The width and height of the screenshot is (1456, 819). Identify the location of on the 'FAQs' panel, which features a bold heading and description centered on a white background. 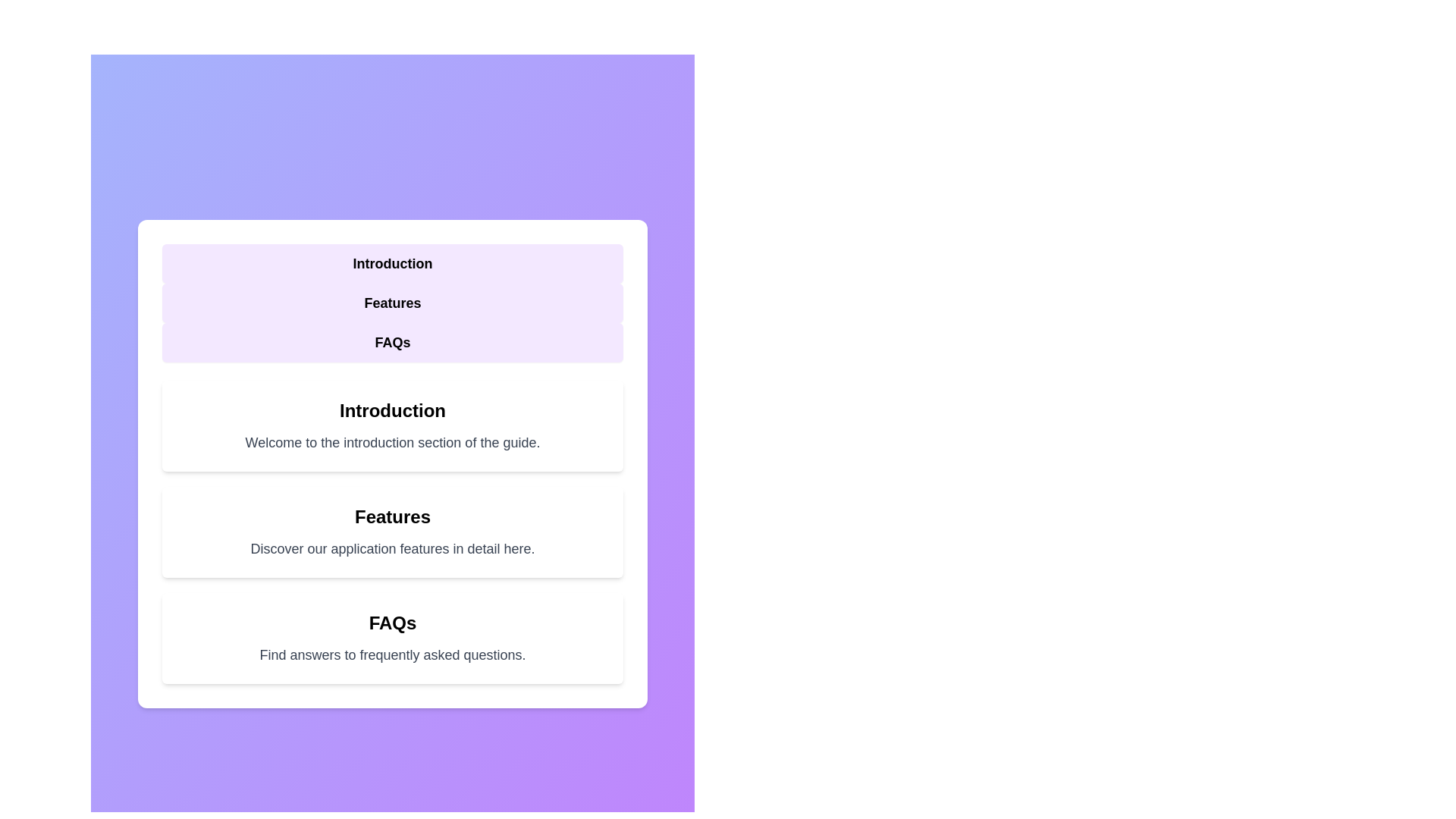
(393, 638).